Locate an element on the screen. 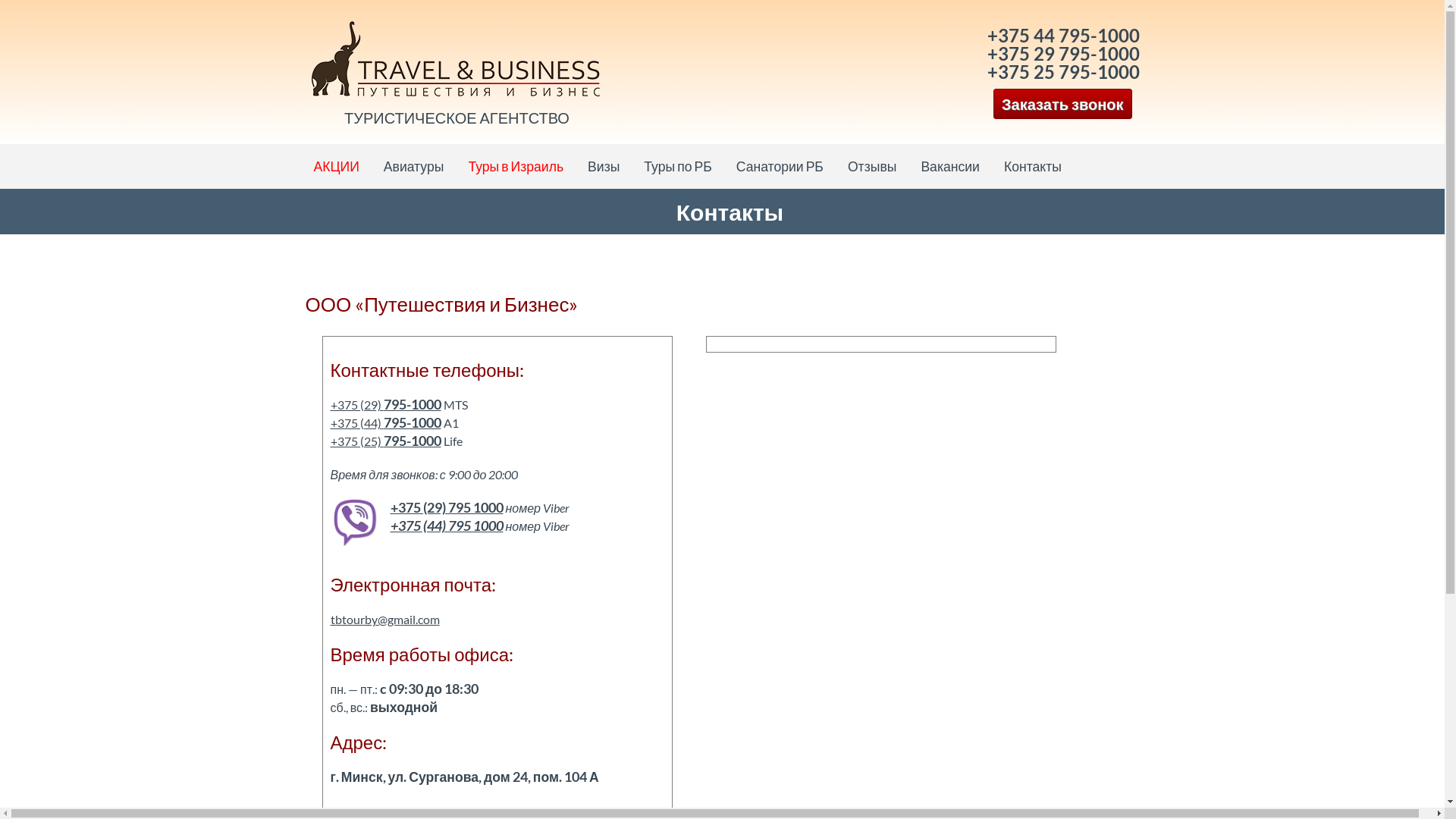 The image size is (1456, 819). '+375 (44) 795-1000' is located at coordinates (385, 422).